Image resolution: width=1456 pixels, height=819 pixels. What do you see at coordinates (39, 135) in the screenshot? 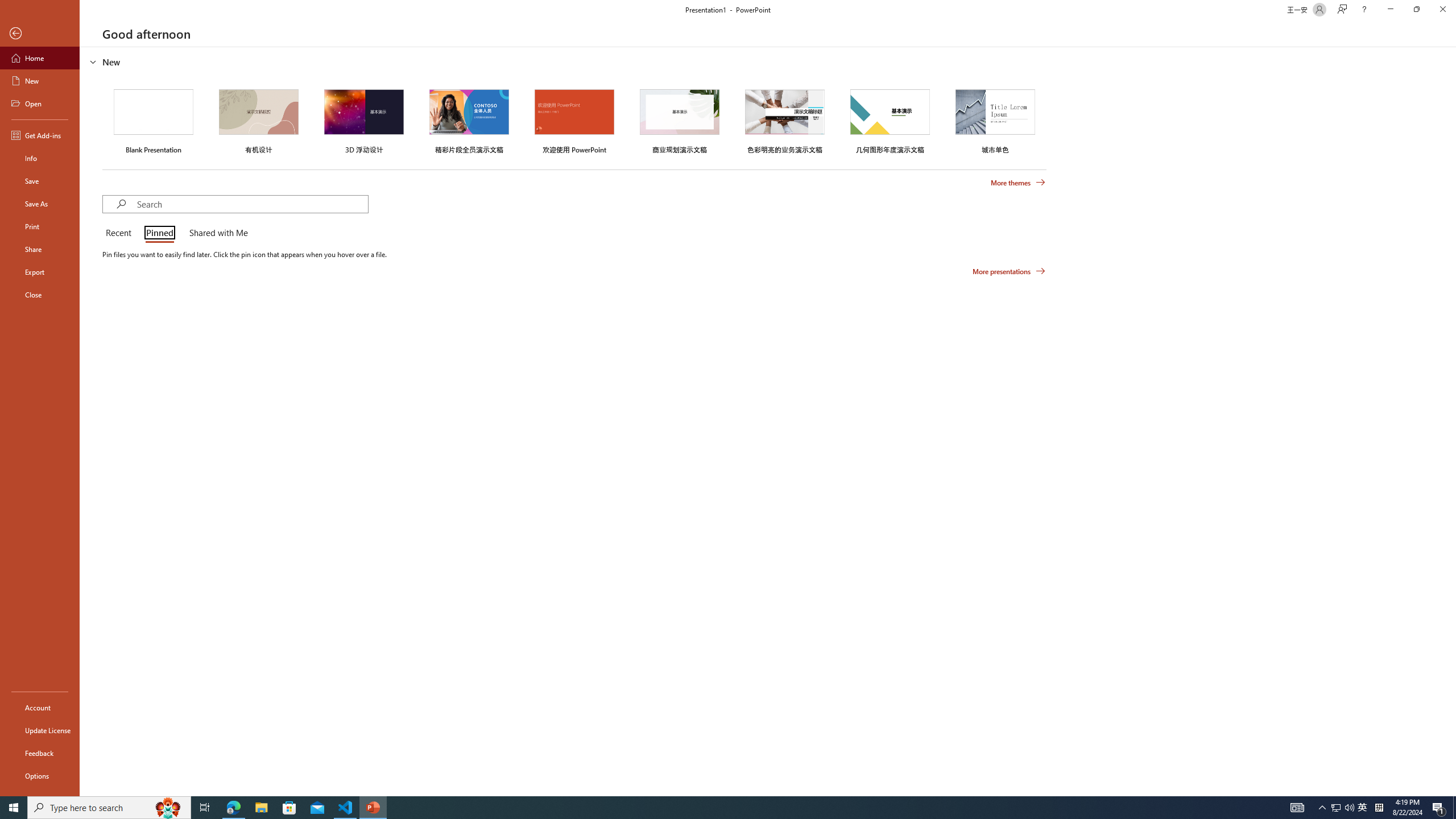
I see `'Get Add-ins'` at bounding box center [39, 135].